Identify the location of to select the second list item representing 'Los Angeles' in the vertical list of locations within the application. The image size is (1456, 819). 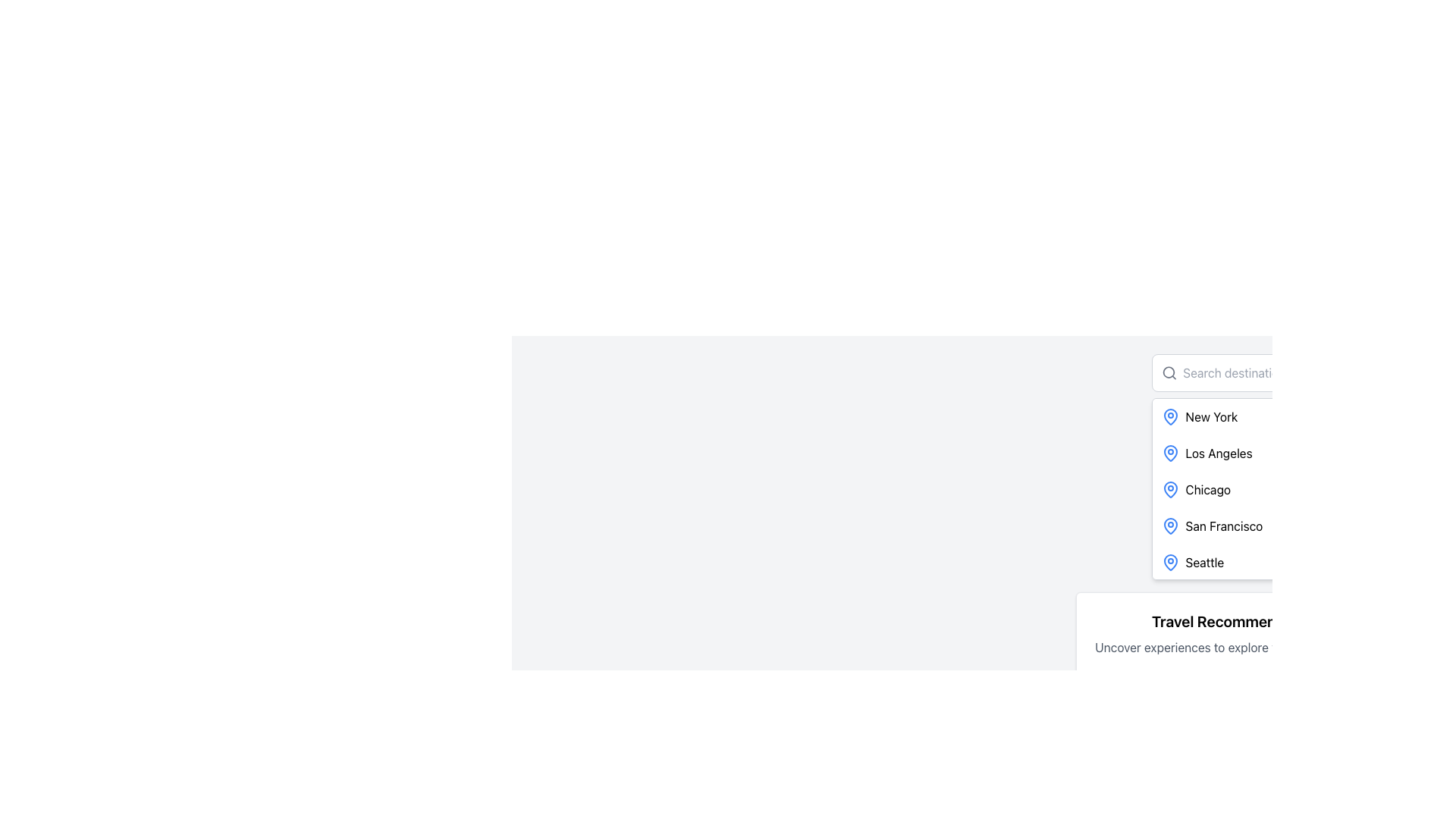
(1240, 452).